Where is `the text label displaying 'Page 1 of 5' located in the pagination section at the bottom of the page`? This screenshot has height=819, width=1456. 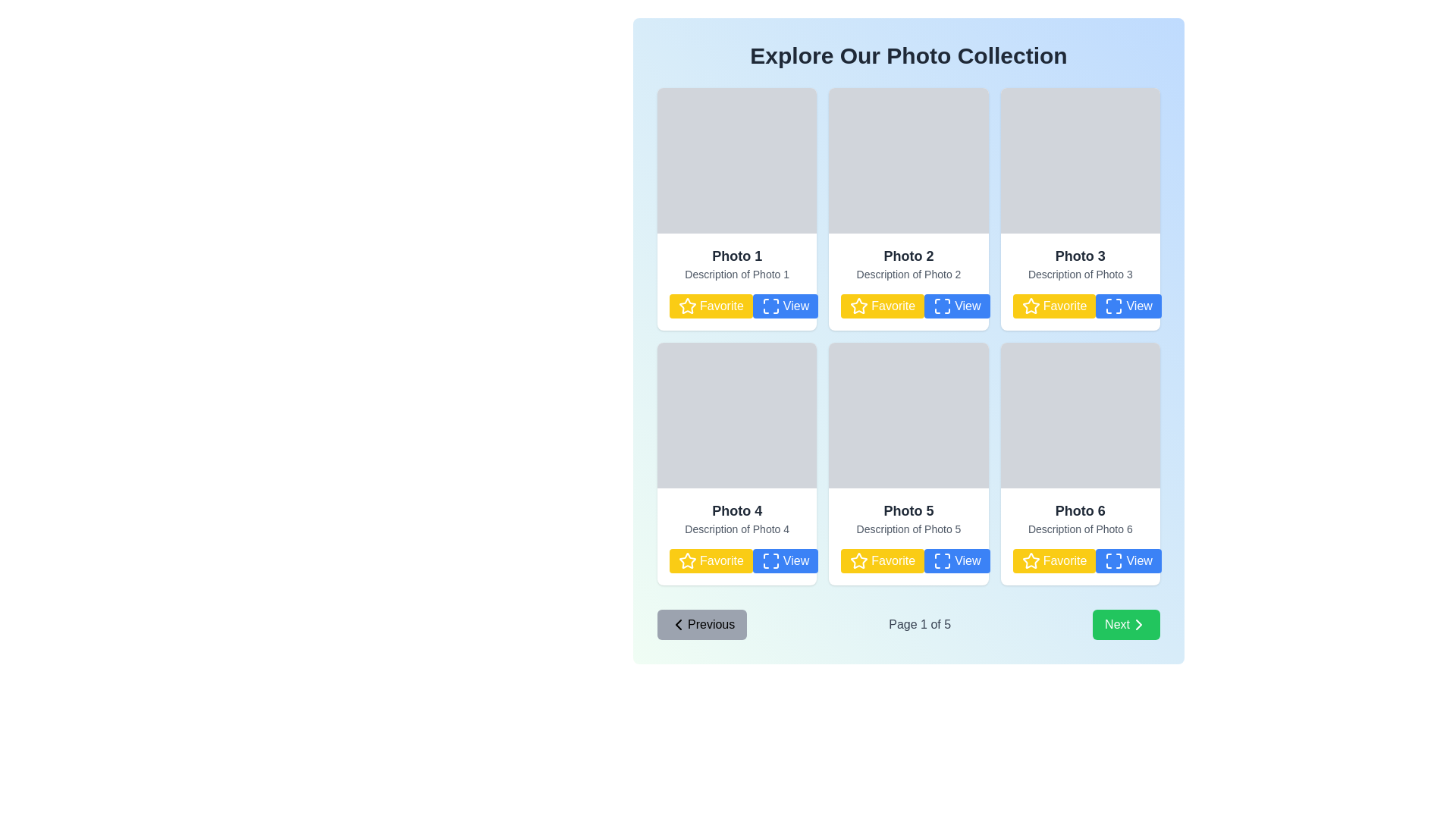 the text label displaying 'Page 1 of 5' located in the pagination section at the bottom of the page is located at coordinates (919, 625).